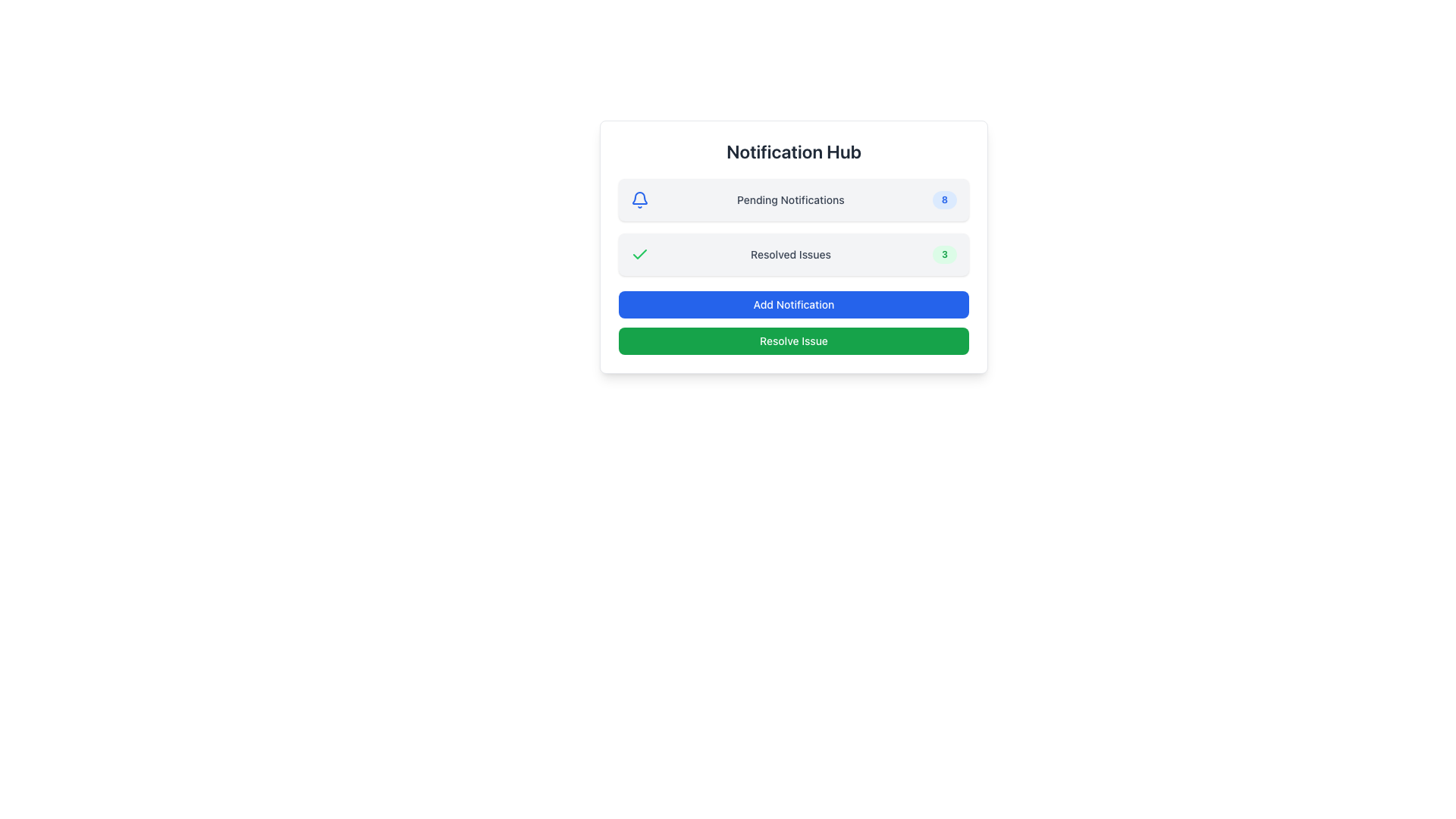 The image size is (1456, 819). What do you see at coordinates (792, 246) in the screenshot?
I see `the informational card displaying the count of resolved issues ('3') in the notification hub, which is the second item in the vertical list between 'Pending Notifications' and 'Add Notification'` at bounding box center [792, 246].